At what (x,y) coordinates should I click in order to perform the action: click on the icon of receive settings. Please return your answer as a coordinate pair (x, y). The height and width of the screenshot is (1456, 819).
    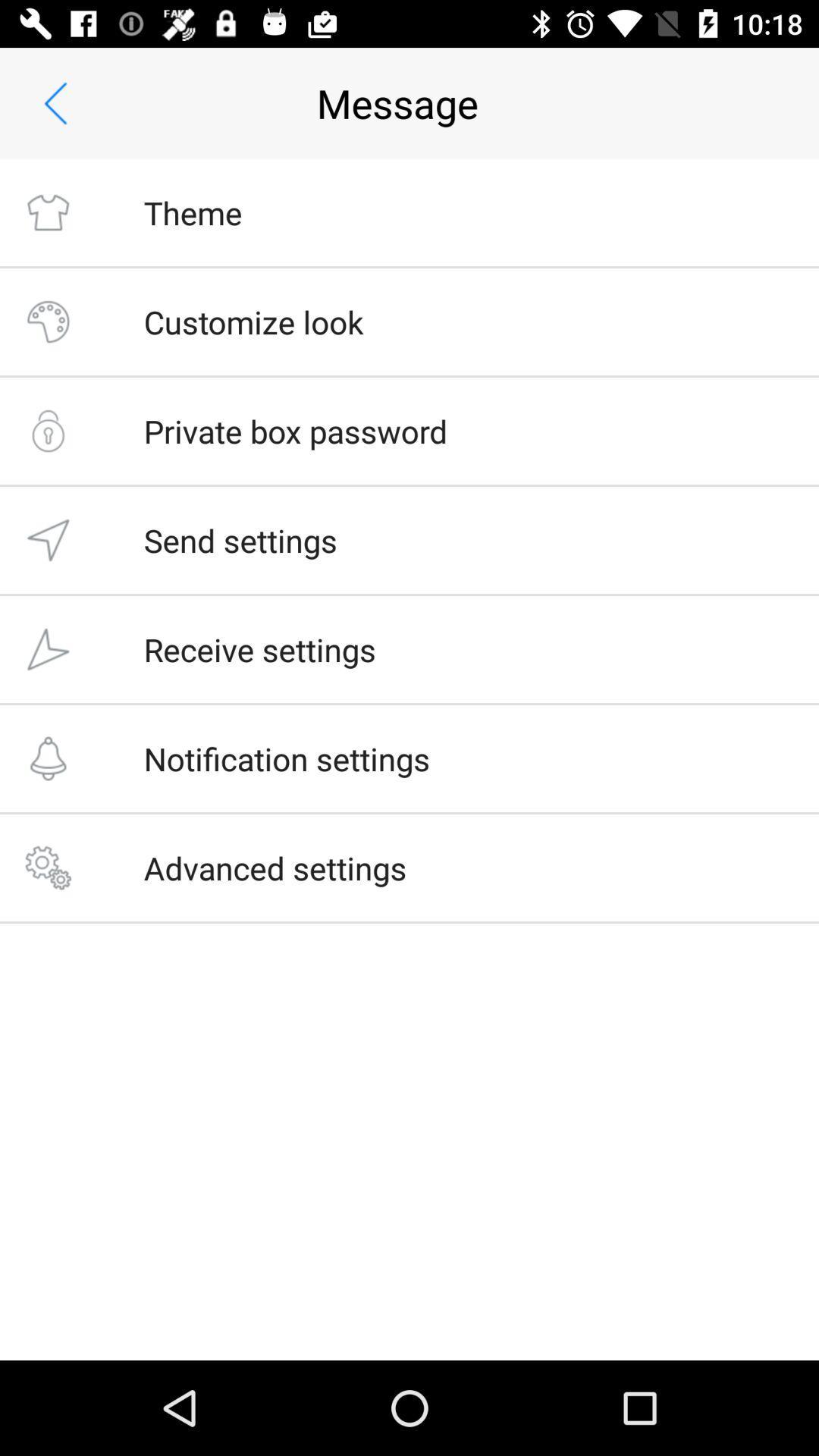
    Looking at the image, I should click on (47, 649).